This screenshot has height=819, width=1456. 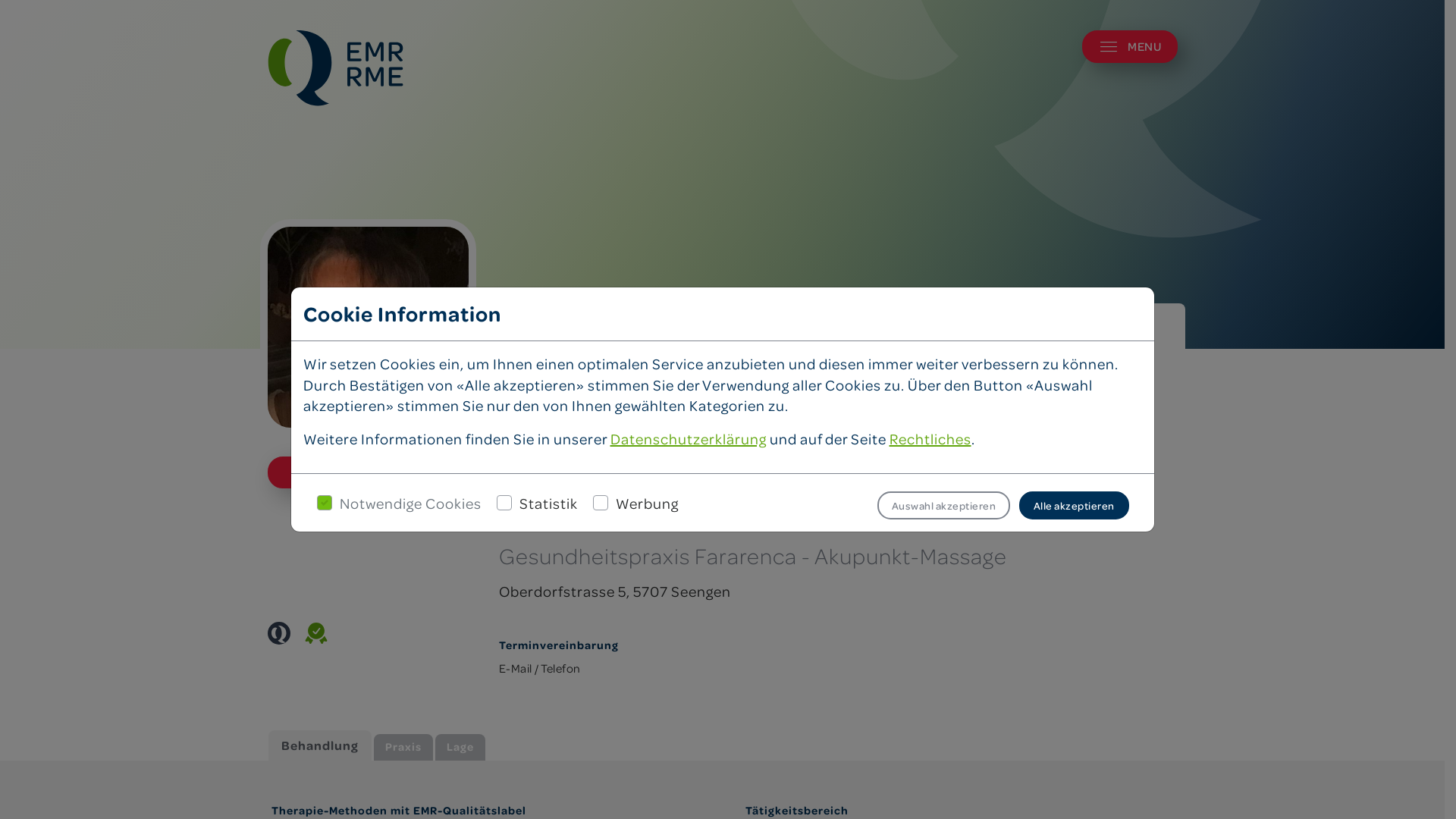 What do you see at coordinates (459, 747) in the screenshot?
I see `'Lage'` at bounding box center [459, 747].